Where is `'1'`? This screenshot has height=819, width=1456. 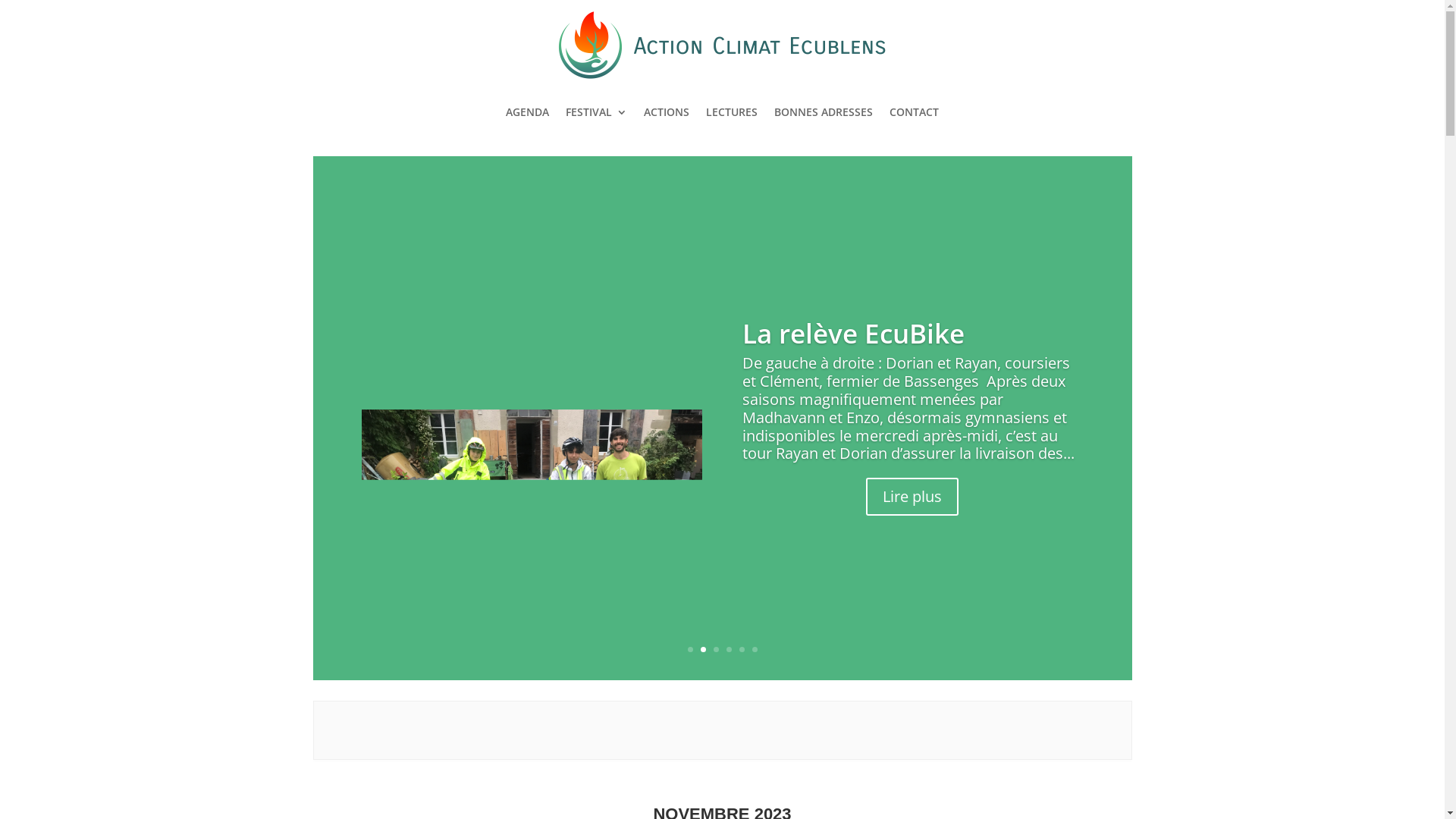
'1' is located at coordinates (689, 648).